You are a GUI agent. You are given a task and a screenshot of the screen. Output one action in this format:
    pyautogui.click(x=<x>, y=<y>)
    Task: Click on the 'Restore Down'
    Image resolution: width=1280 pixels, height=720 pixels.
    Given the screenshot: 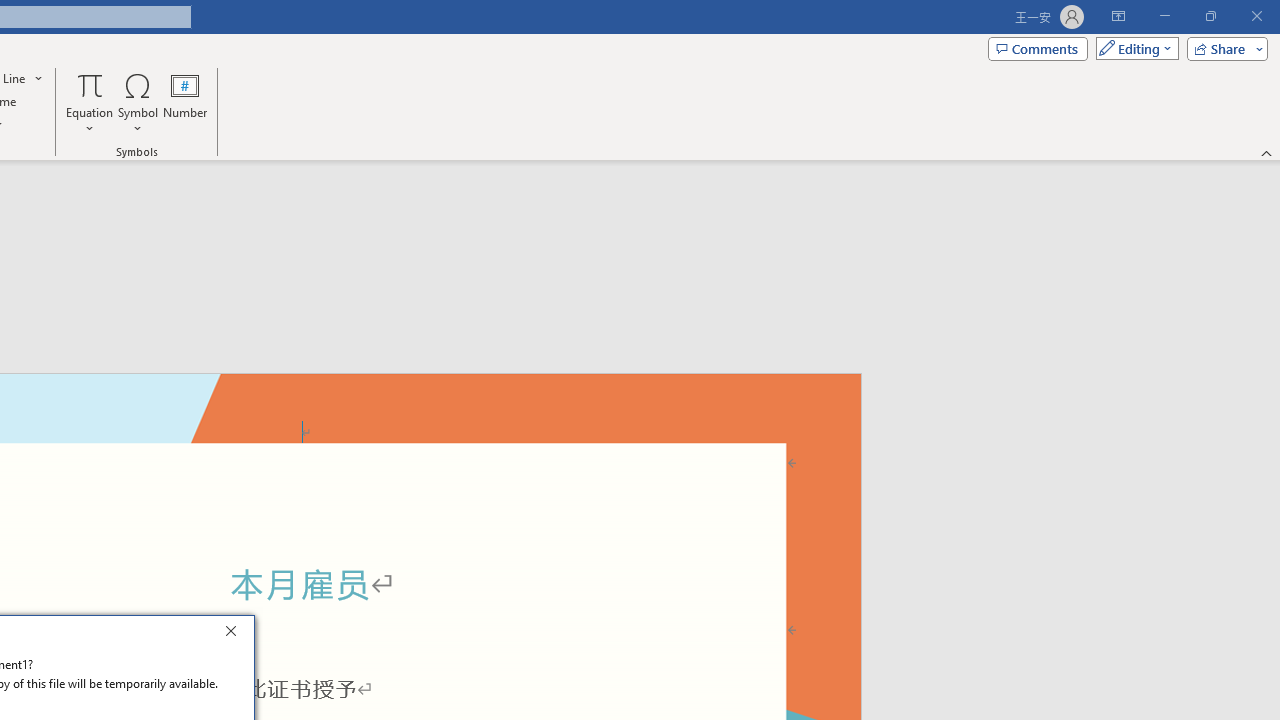 What is the action you would take?
    pyautogui.click(x=1209, y=16)
    